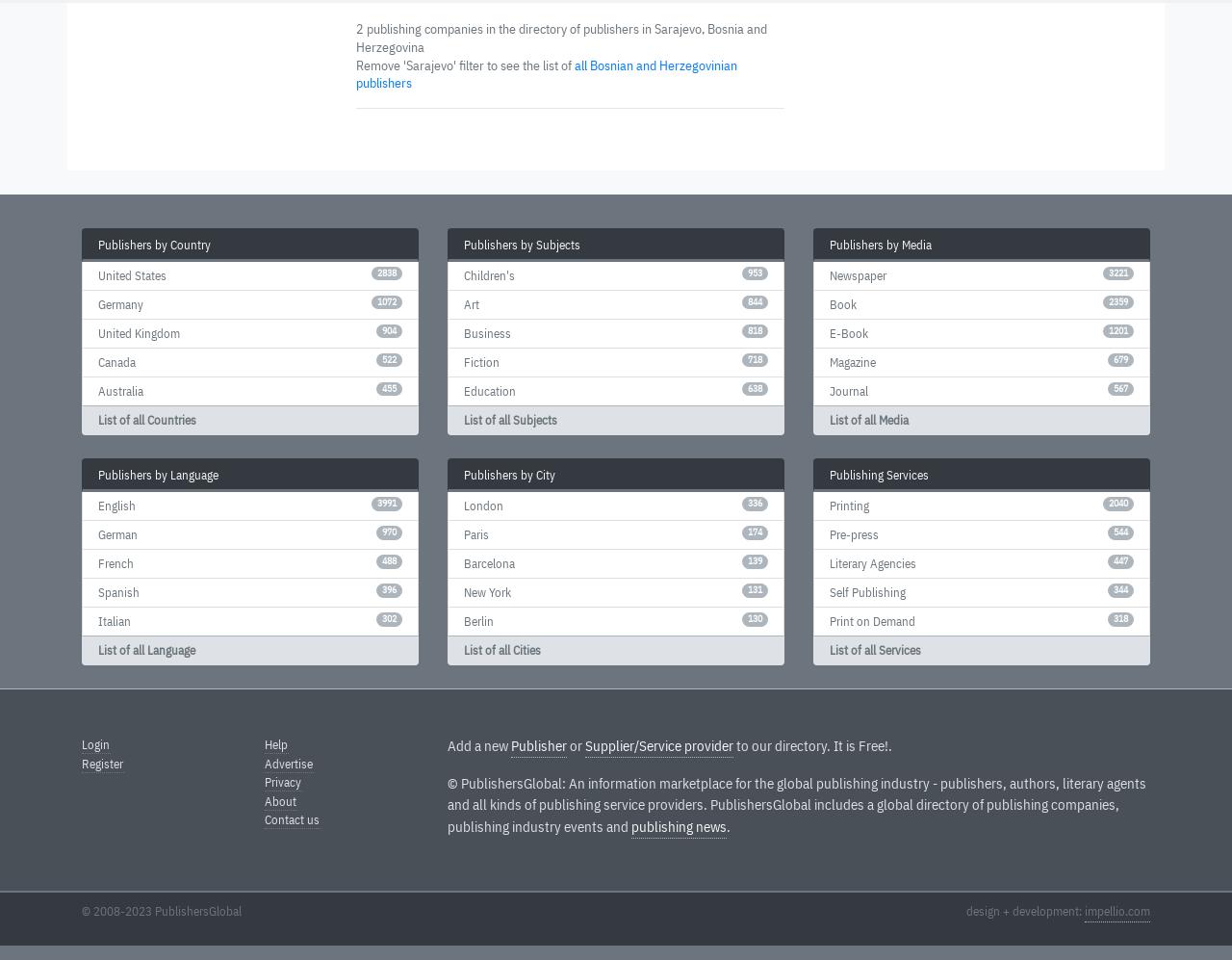  Describe the element at coordinates (145, 650) in the screenshot. I see `'List of all Language'` at that location.